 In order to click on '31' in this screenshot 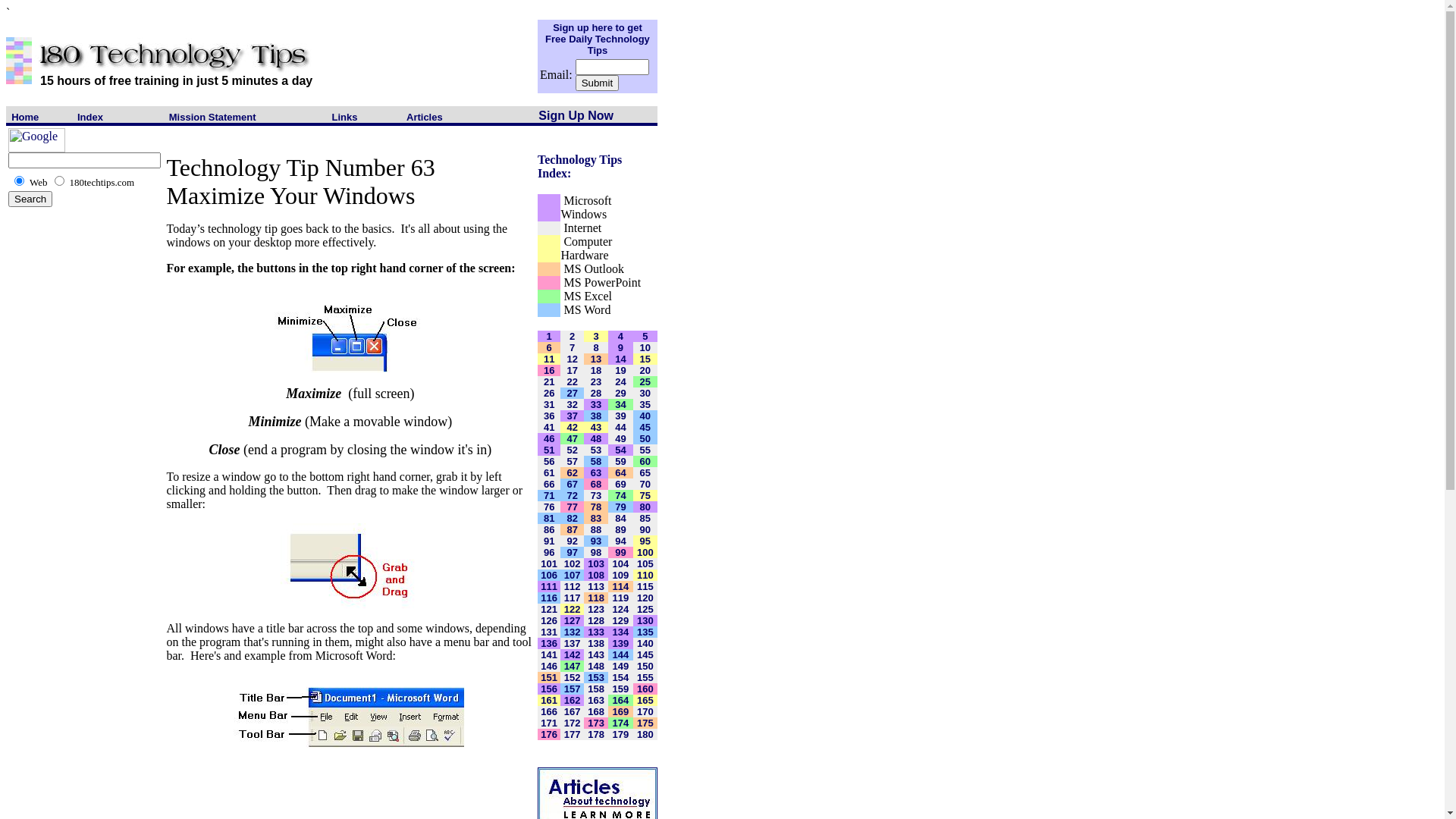, I will do `click(548, 403)`.